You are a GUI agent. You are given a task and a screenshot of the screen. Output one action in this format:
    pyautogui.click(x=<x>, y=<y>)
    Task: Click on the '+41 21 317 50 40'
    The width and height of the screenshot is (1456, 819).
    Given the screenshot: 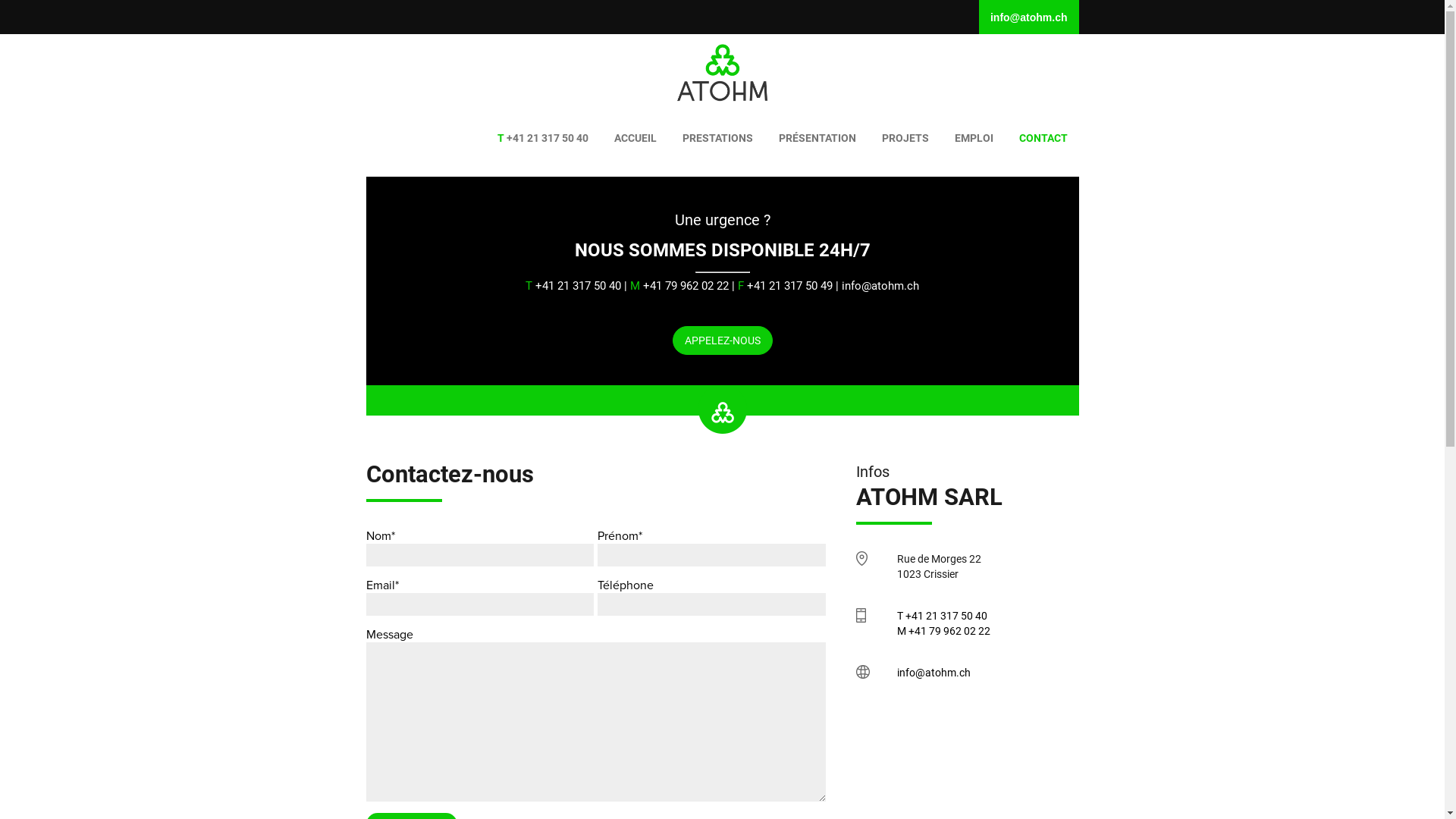 What is the action you would take?
    pyautogui.click(x=542, y=137)
    